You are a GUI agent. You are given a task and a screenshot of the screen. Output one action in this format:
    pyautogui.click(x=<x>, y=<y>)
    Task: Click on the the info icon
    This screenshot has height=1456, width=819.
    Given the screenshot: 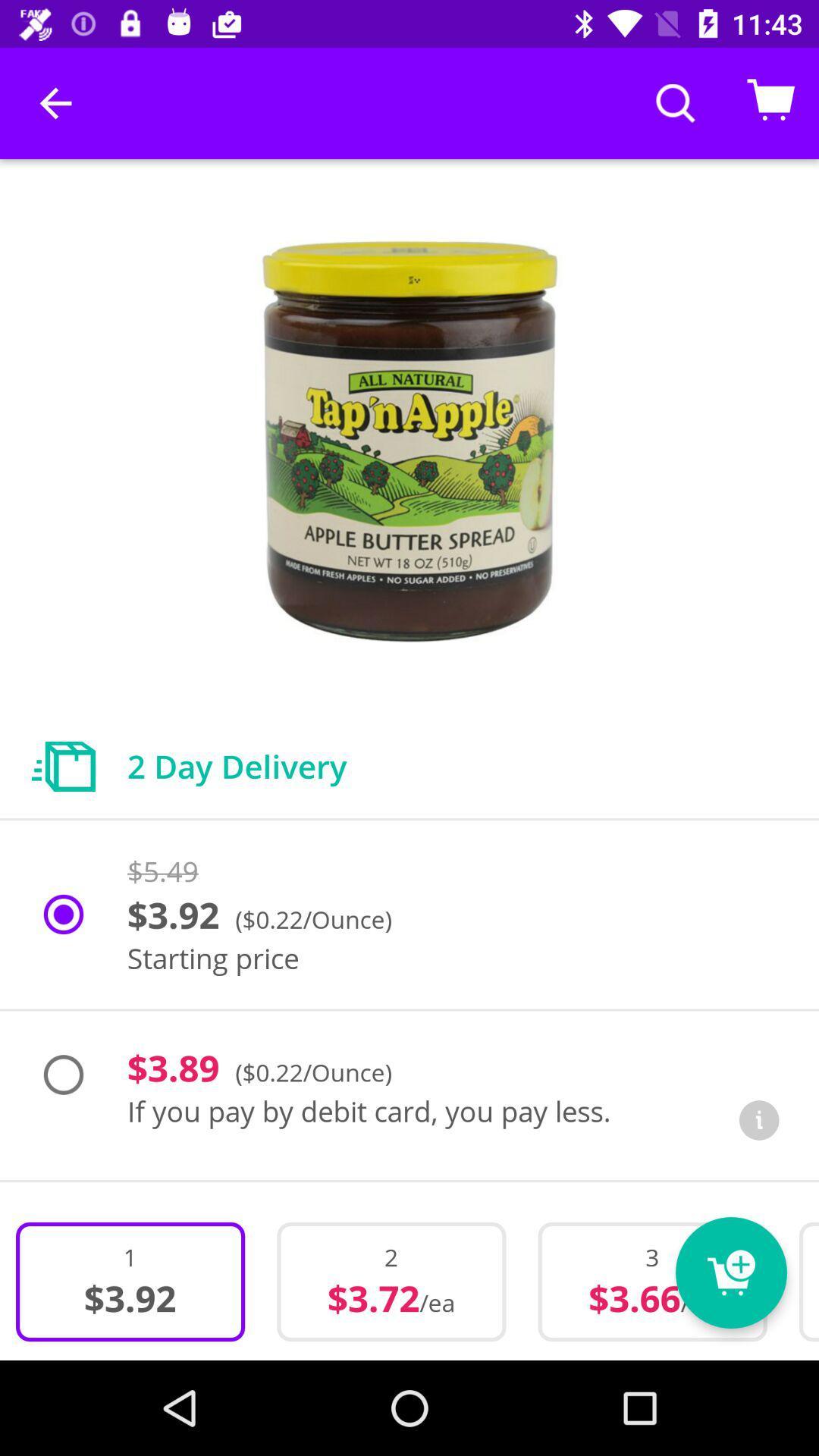 What is the action you would take?
    pyautogui.click(x=759, y=1120)
    